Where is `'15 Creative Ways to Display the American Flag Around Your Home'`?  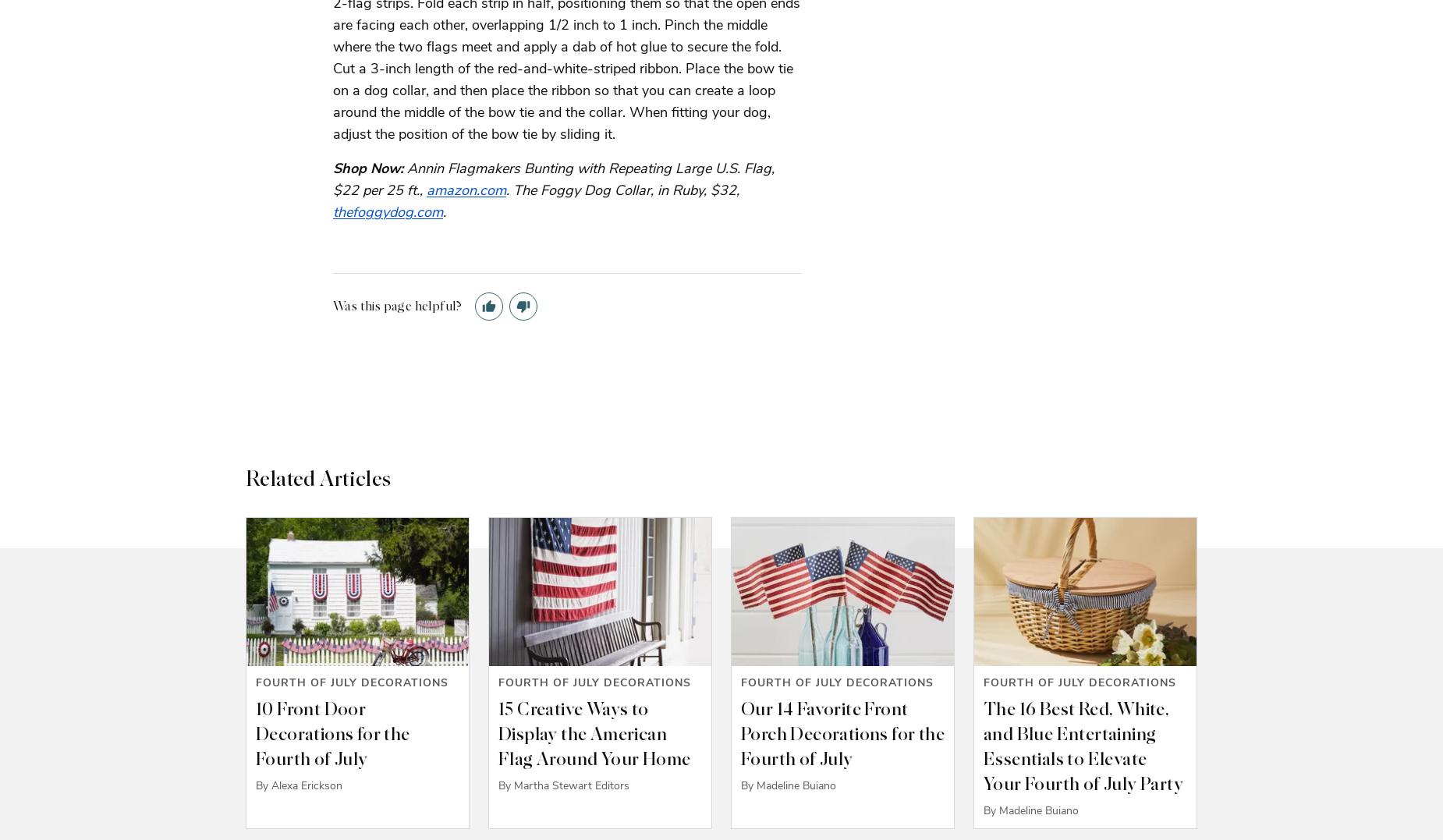 '15 Creative Ways to Display the American Flag Around Your Home' is located at coordinates (594, 732).